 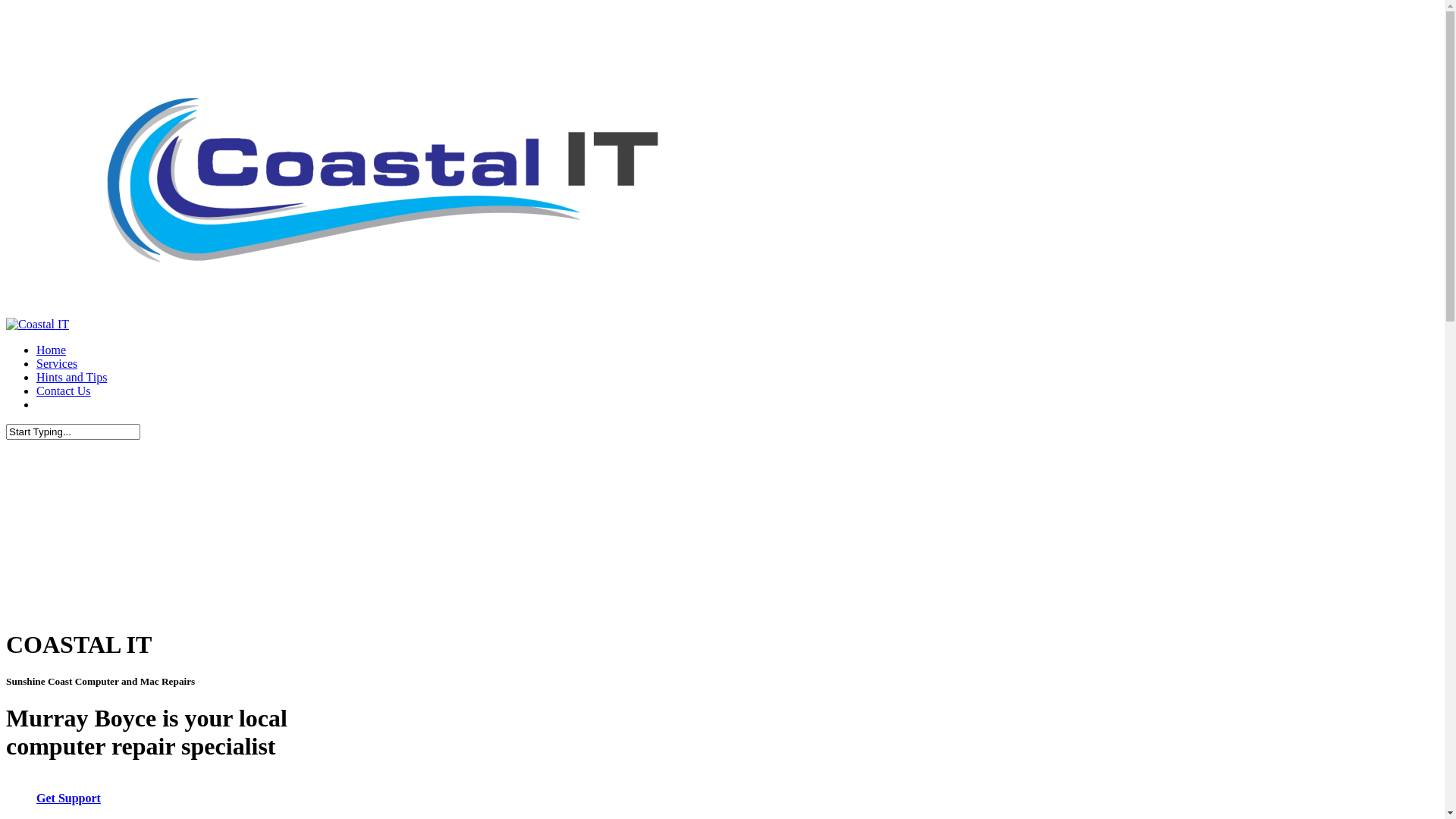 I want to click on 'Services', so click(x=57, y=363).